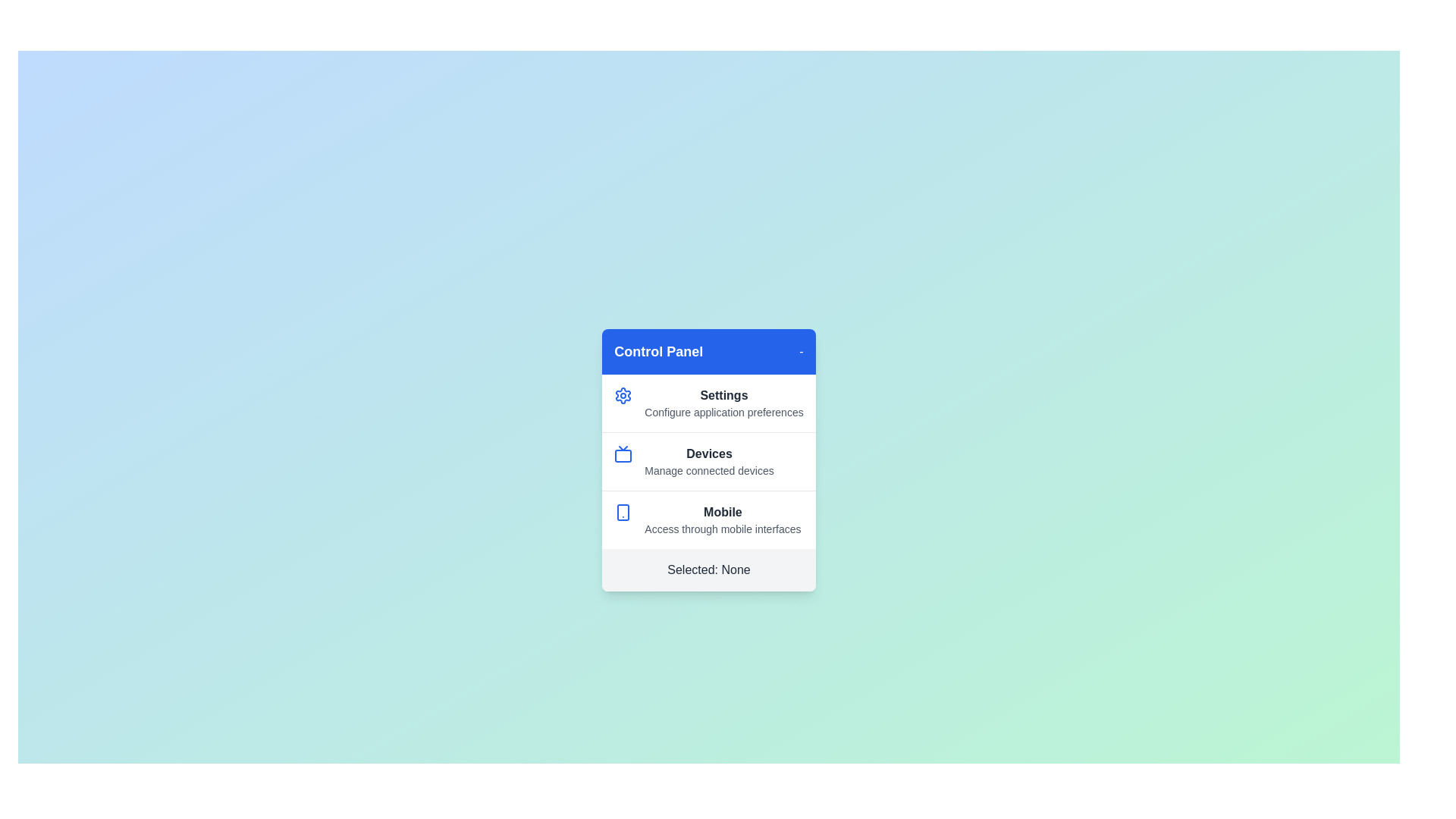 The height and width of the screenshot is (819, 1456). Describe the element at coordinates (708, 403) in the screenshot. I see `the menu item Settings by clicking on it` at that location.